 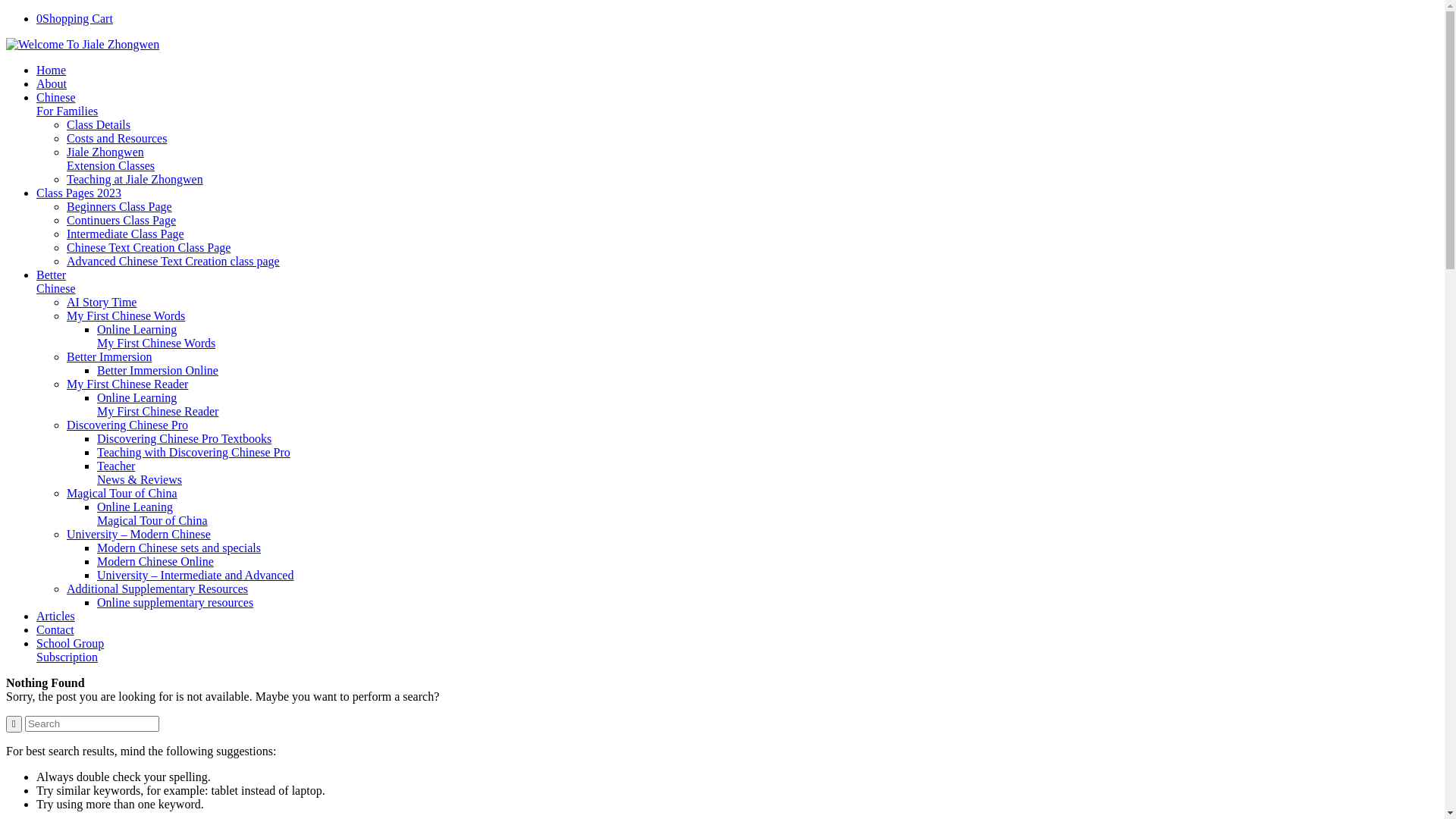 What do you see at coordinates (66, 103) in the screenshot?
I see `'Chinese` at bounding box center [66, 103].